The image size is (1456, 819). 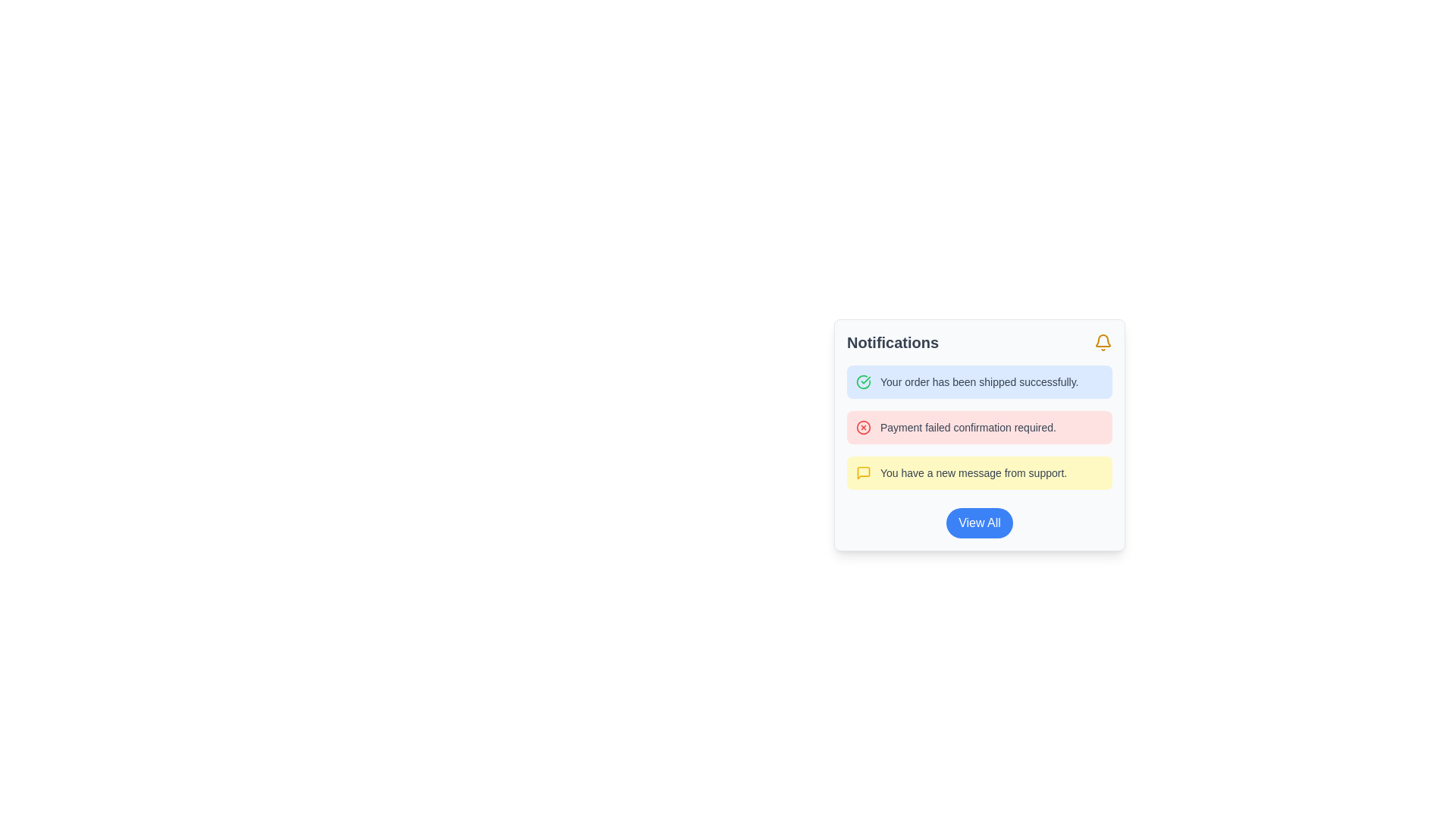 What do you see at coordinates (967, 427) in the screenshot?
I see `message from the second item in the notification widget that says 'Payment failed confirmation required.'` at bounding box center [967, 427].